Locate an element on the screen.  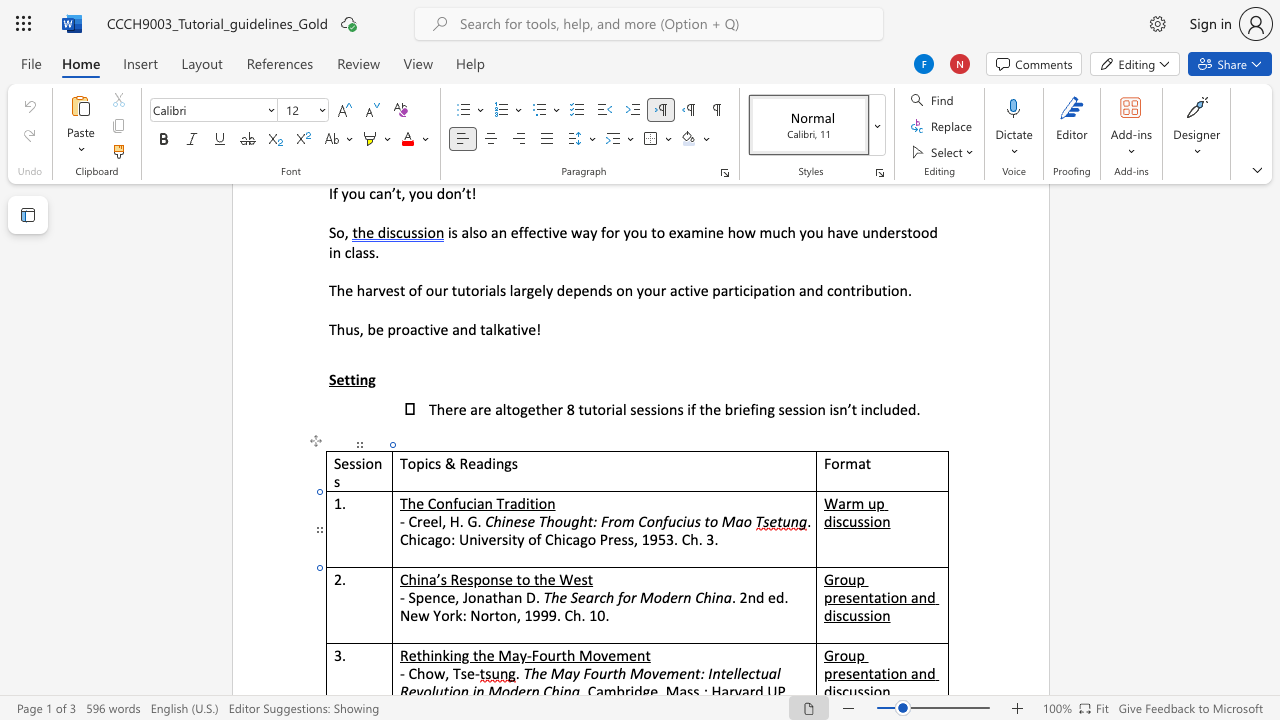
the 1th character "g" in the text is located at coordinates (437, 538).